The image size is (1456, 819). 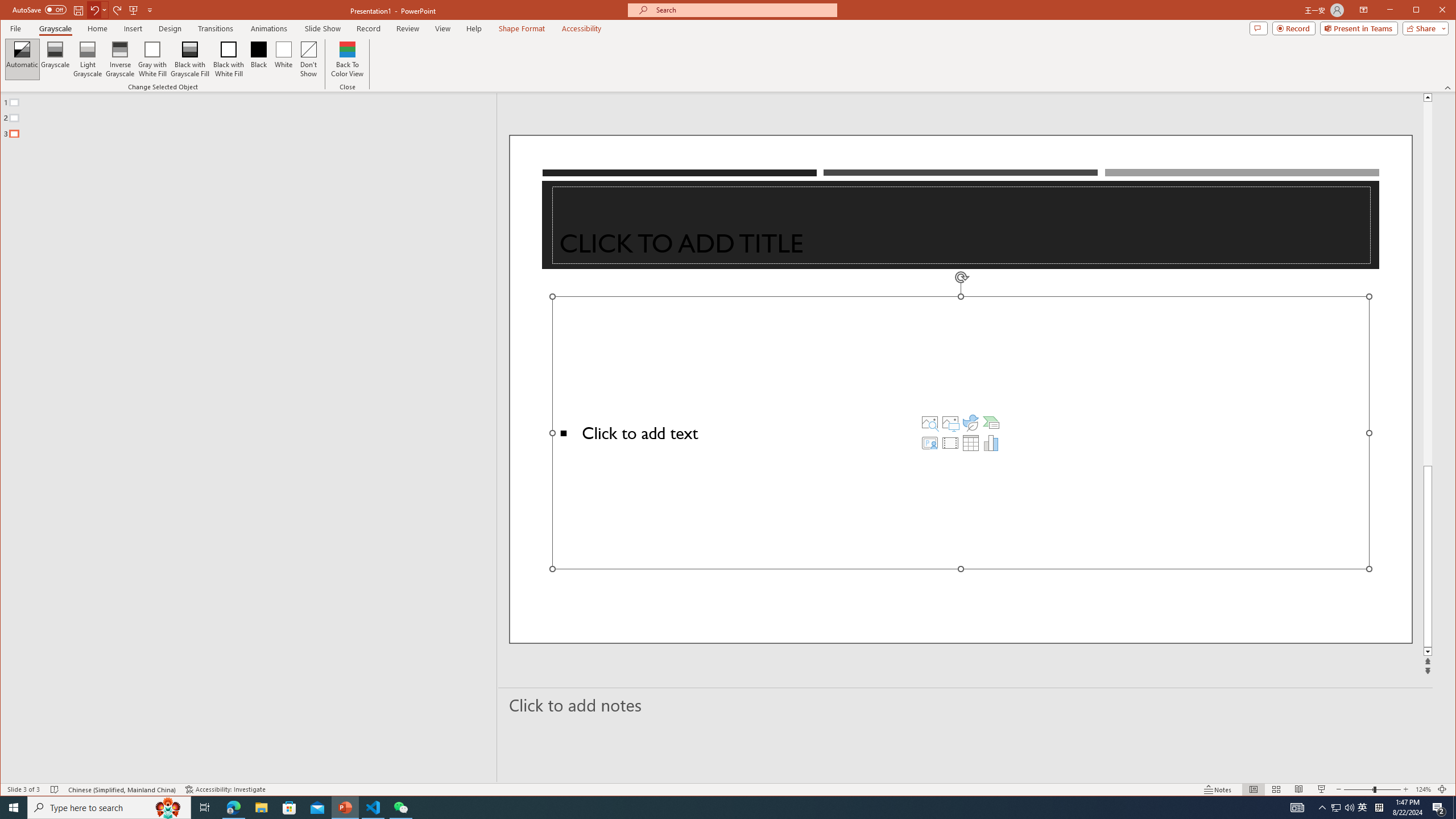 What do you see at coordinates (929, 442) in the screenshot?
I see `'Insert Cameo'` at bounding box center [929, 442].